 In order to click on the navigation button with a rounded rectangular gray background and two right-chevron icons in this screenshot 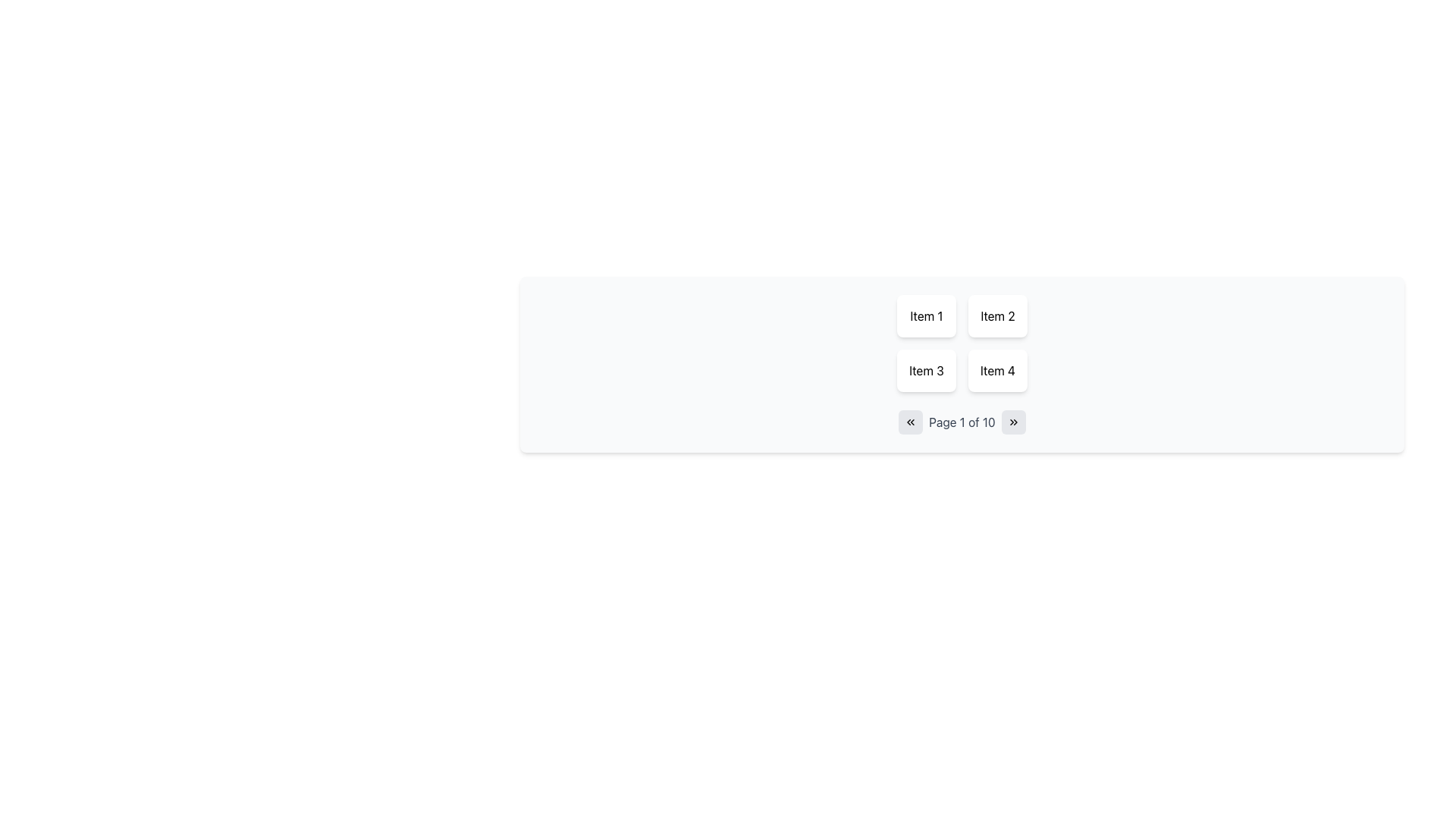, I will do `click(1013, 422)`.